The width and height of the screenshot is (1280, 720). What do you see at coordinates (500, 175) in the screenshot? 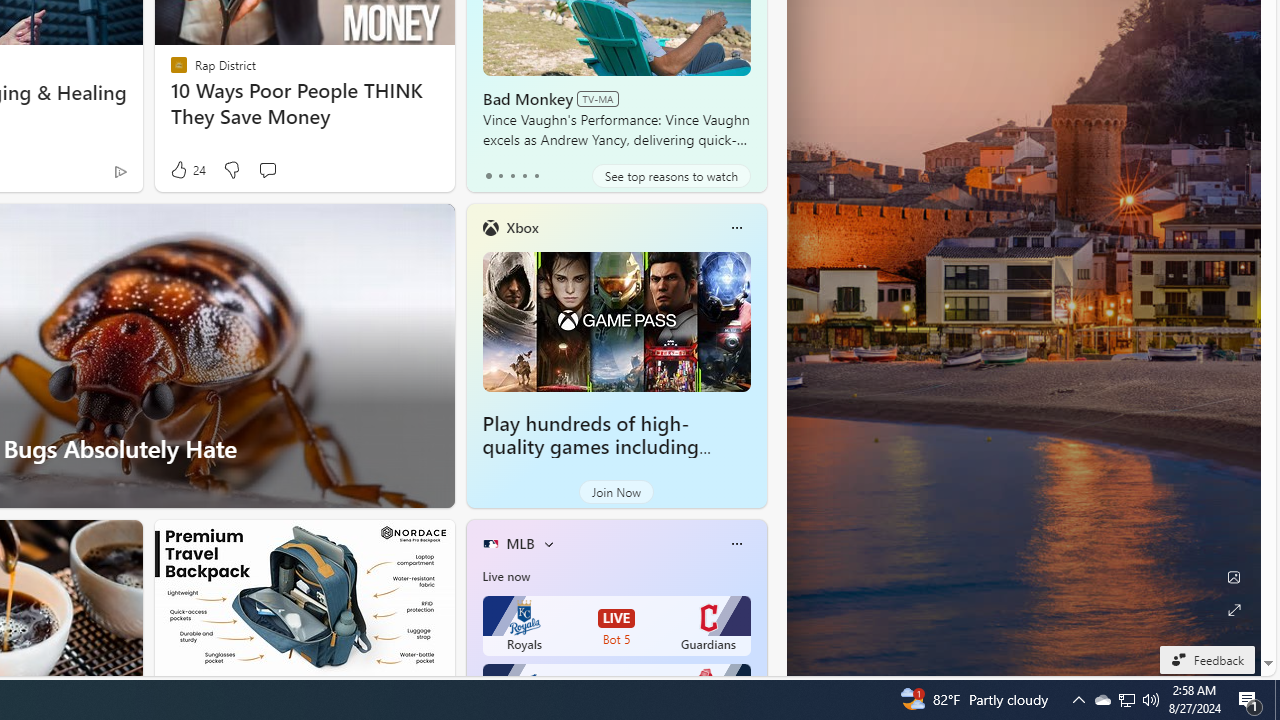
I see `'tab-1'` at bounding box center [500, 175].